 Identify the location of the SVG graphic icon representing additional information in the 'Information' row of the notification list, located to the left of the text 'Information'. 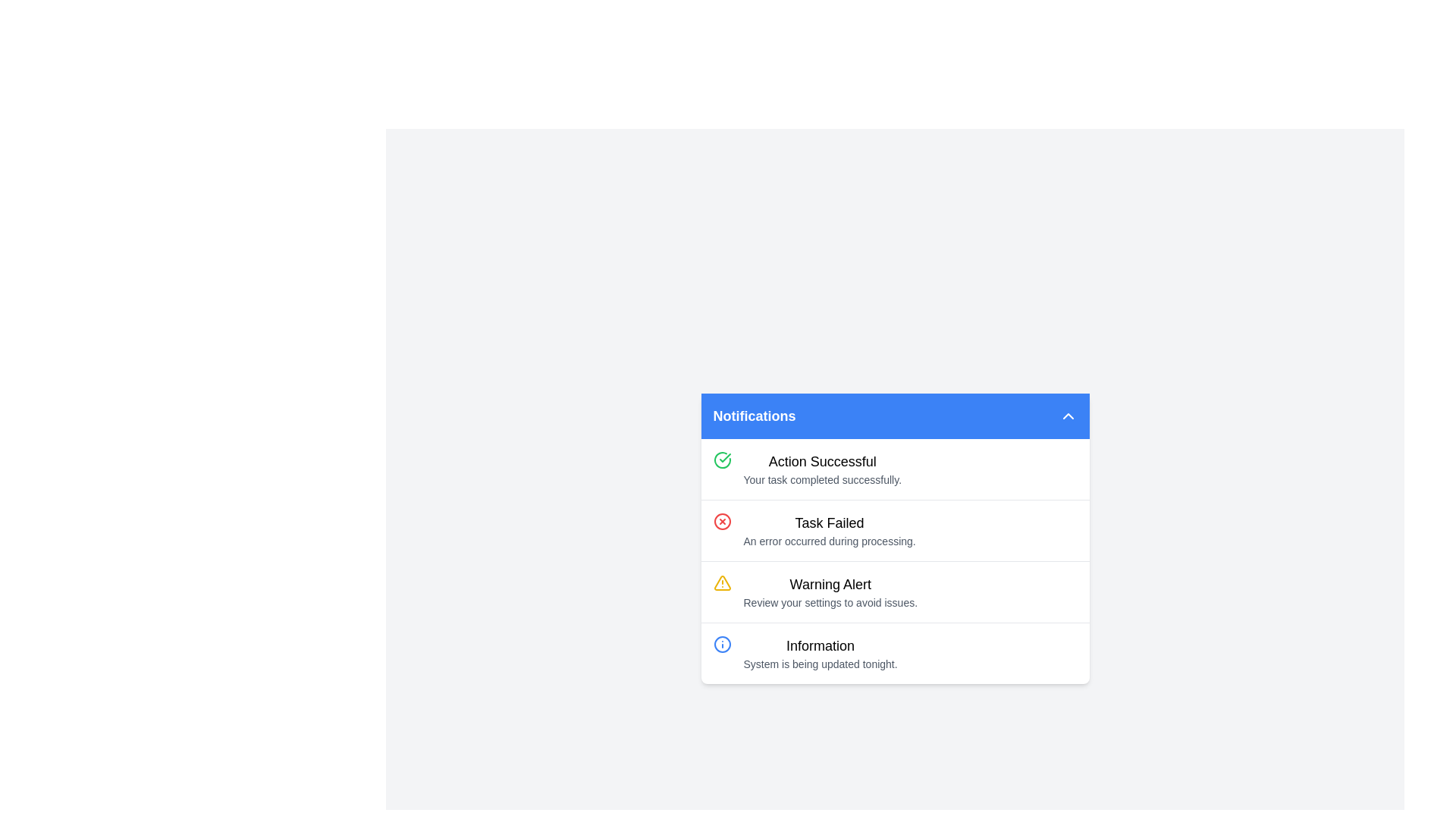
(721, 644).